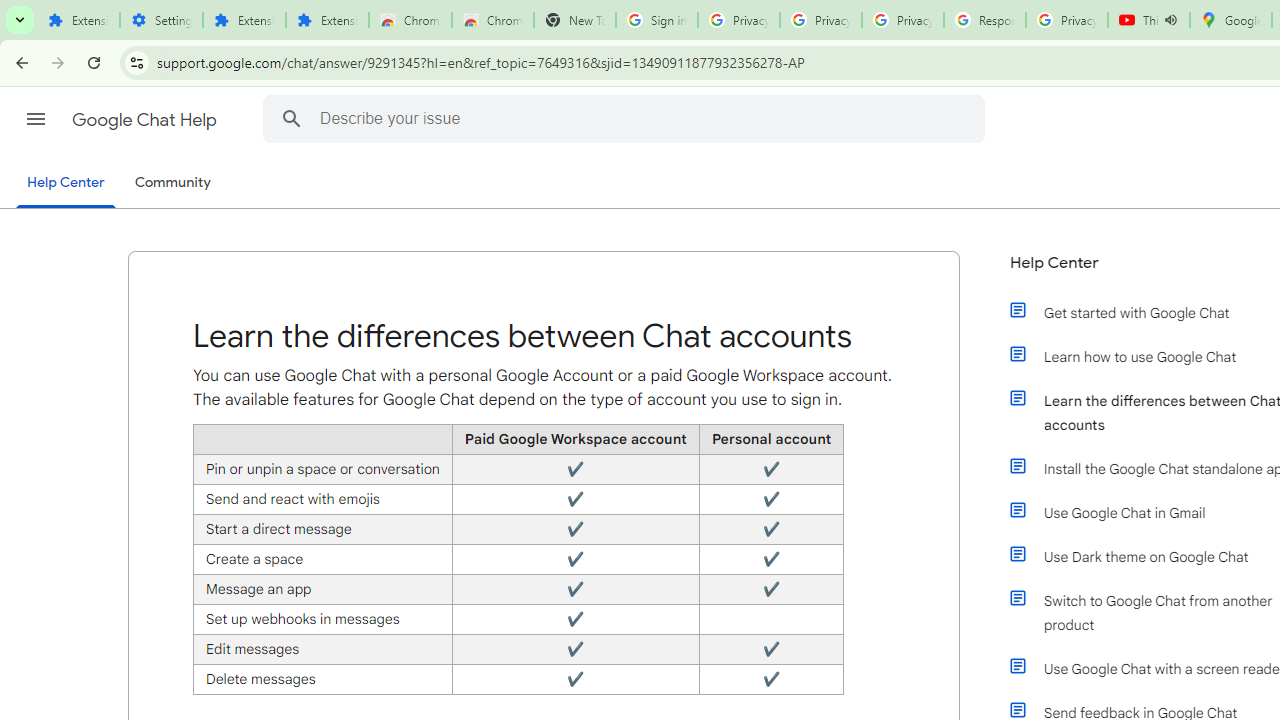 Image resolution: width=1280 pixels, height=720 pixels. What do you see at coordinates (327, 20) in the screenshot?
I see `'Extensions'` at bounding box center [327, 20].